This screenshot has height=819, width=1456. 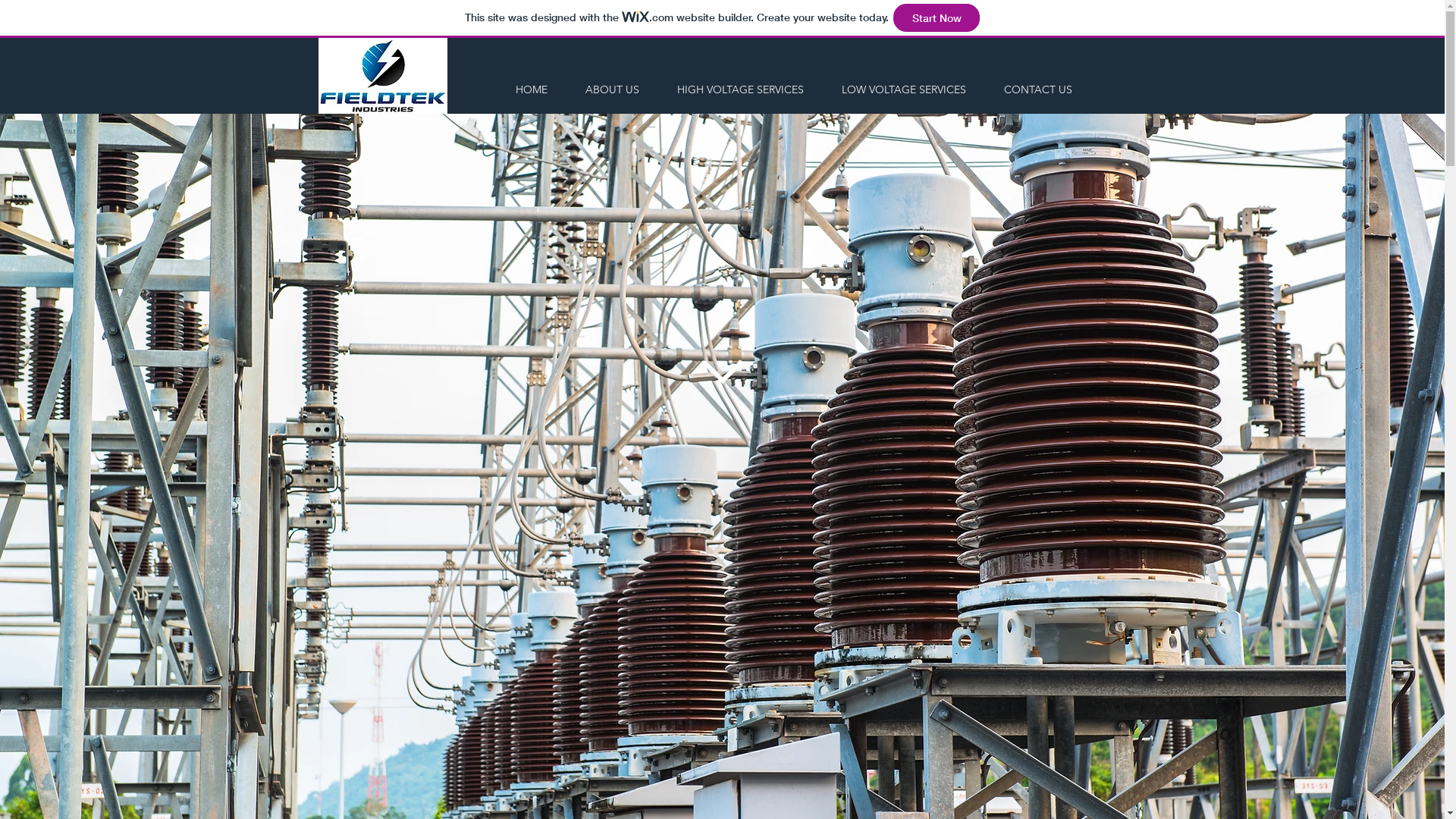 I want to click on 'HOME', so click(x=531, y=89).